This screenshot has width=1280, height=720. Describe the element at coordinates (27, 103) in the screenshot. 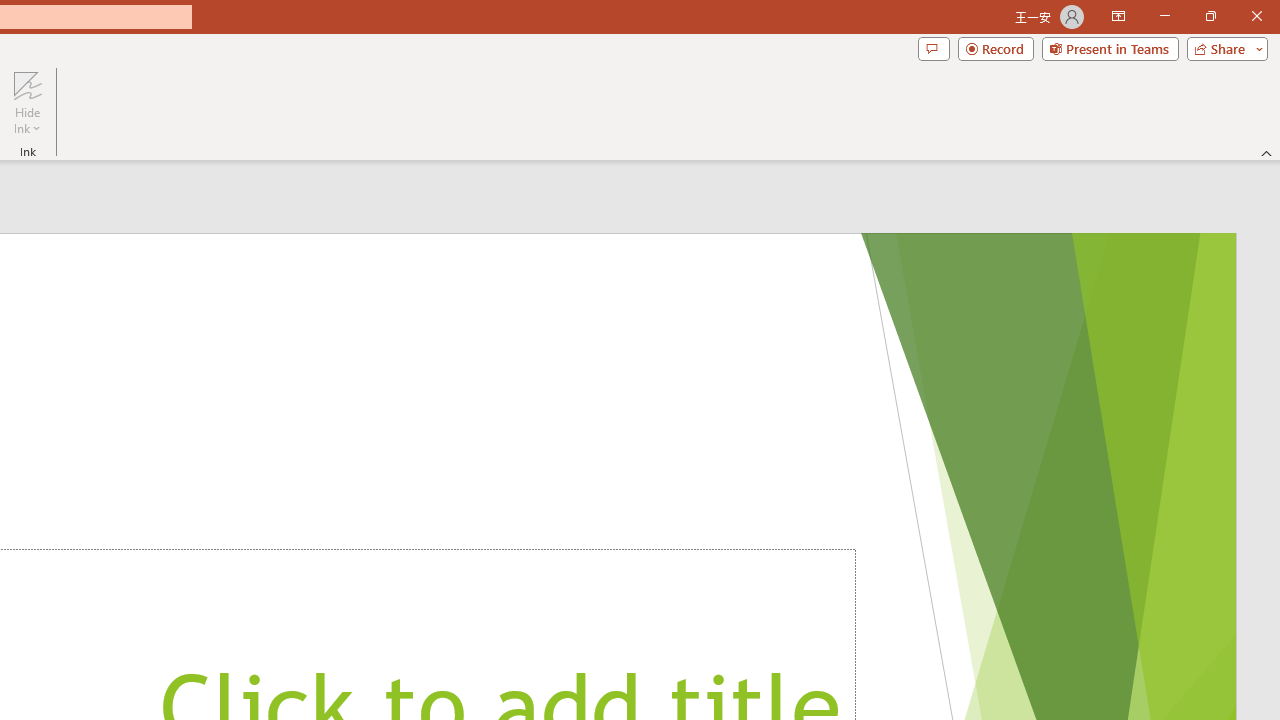

I see `'Hide Ink'` at that location.